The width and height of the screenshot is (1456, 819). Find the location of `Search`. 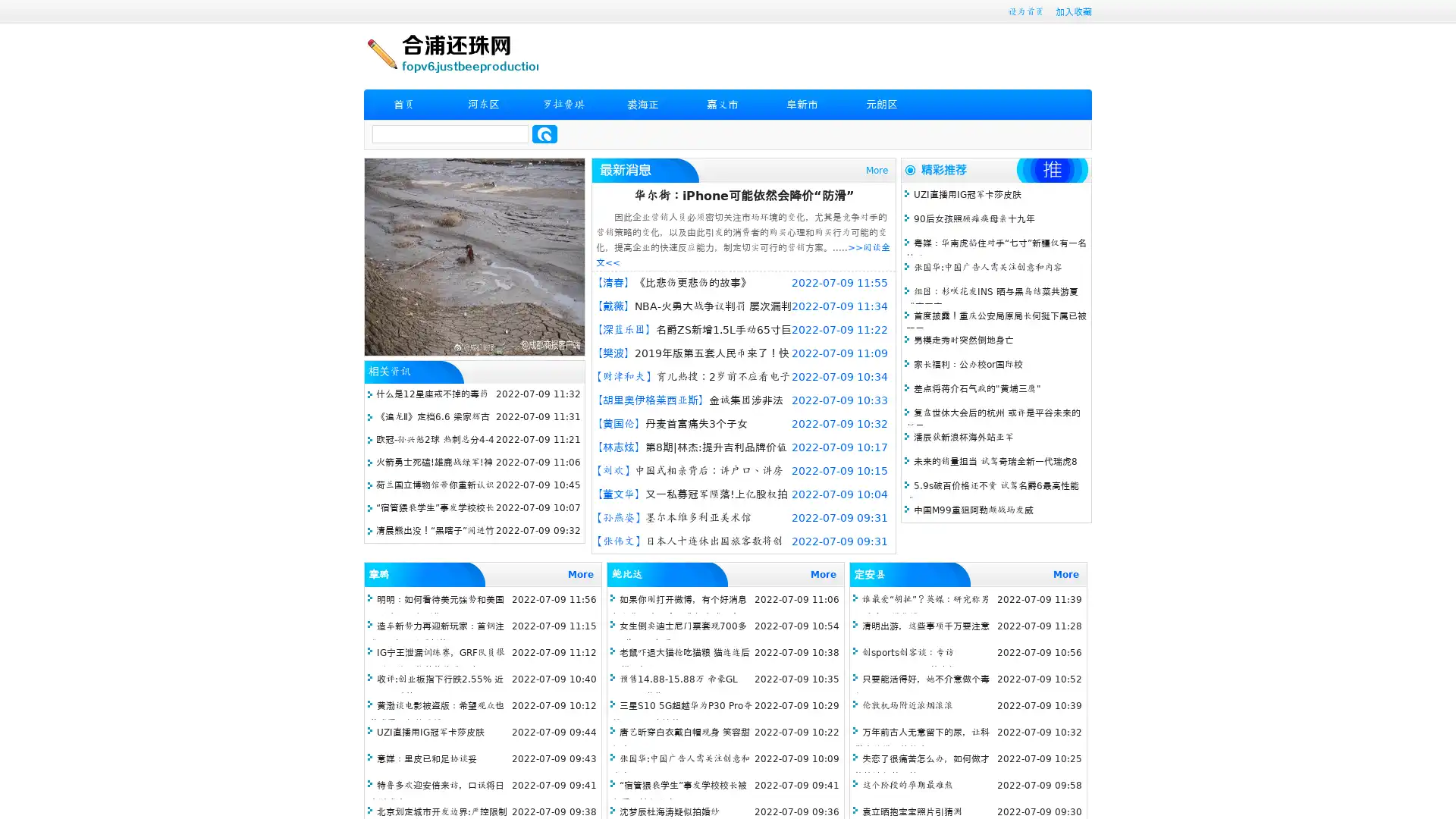

Search is located at coordinates (544, 133).